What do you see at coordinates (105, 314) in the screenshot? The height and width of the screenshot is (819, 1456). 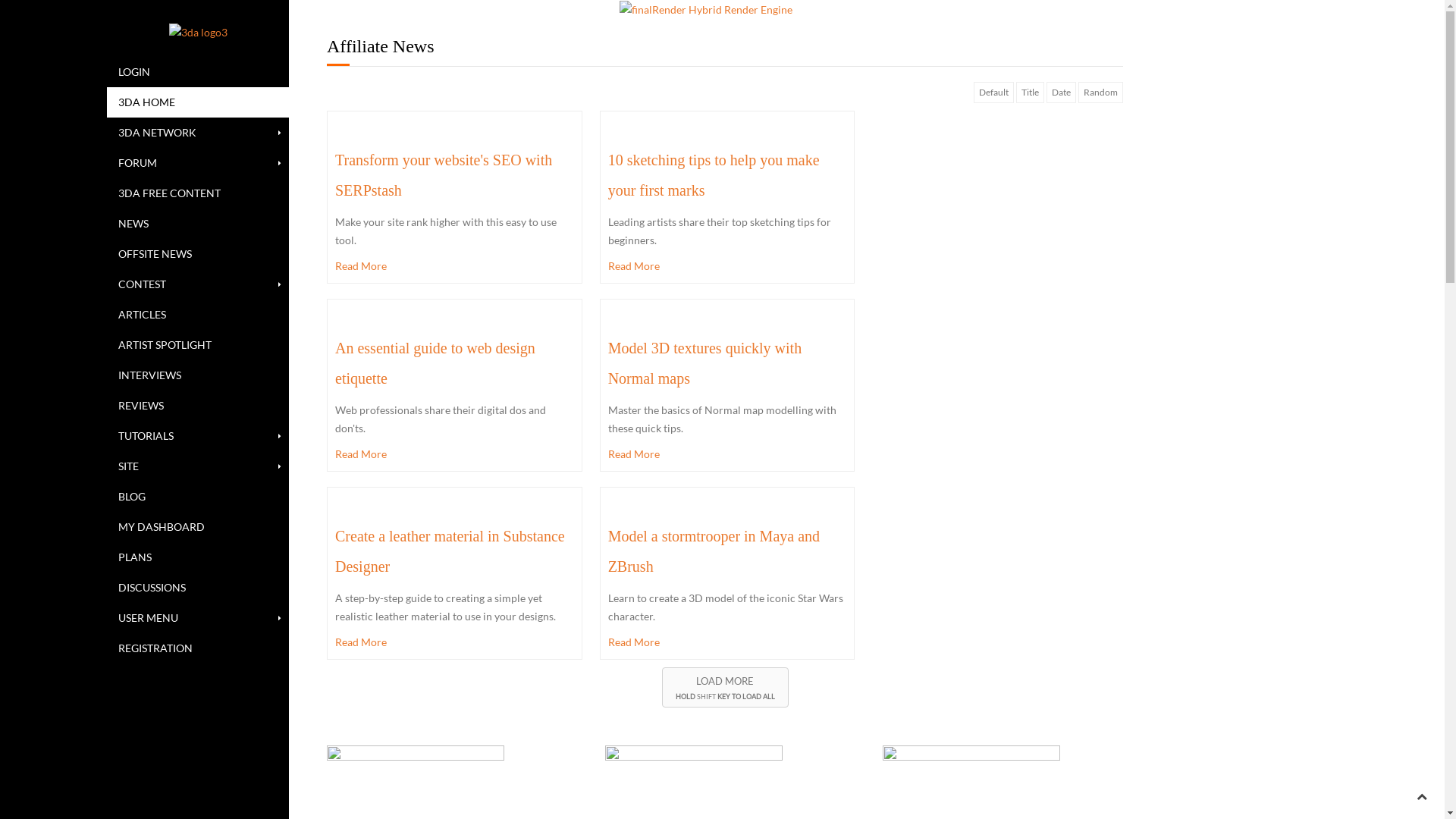 I see `'ARTICLES'` at bounding box center [105, 314].